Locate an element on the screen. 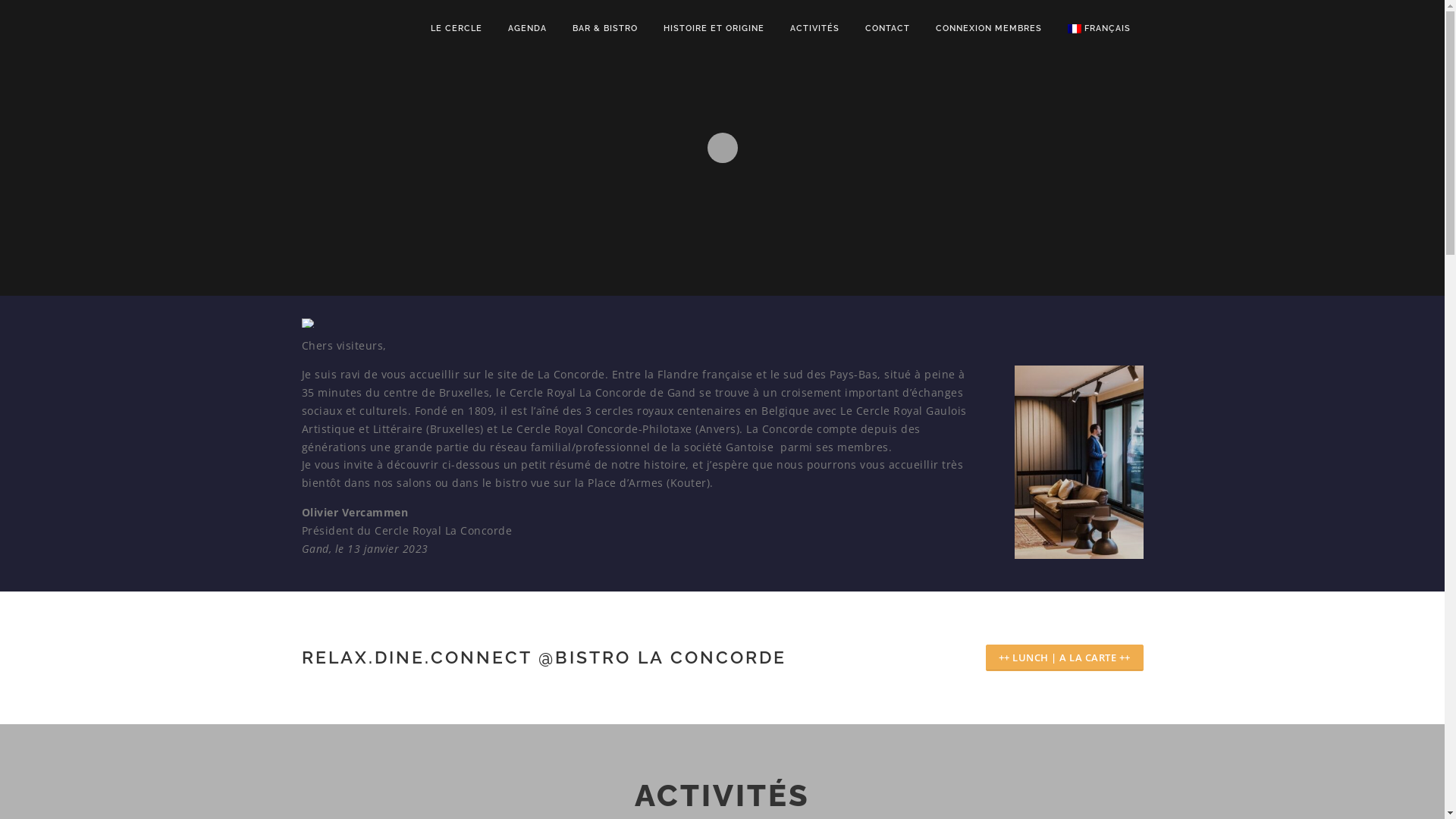  'CONTACT' is located at coordinates (887, 28).